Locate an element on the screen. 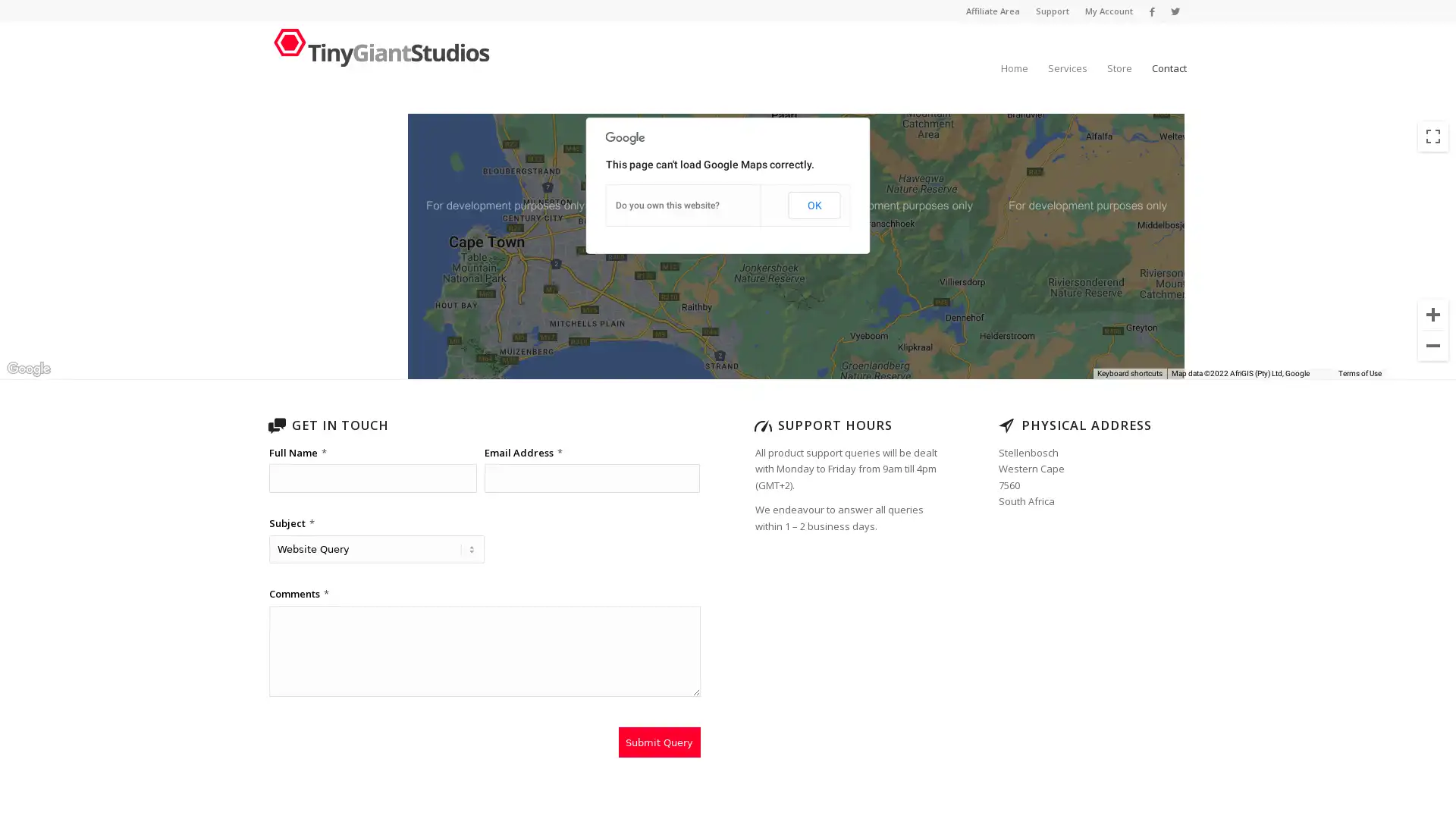 Image resolution: width=1456 pixels, height=819 pixels. Zoom in is located at coordinates (1432, 314).